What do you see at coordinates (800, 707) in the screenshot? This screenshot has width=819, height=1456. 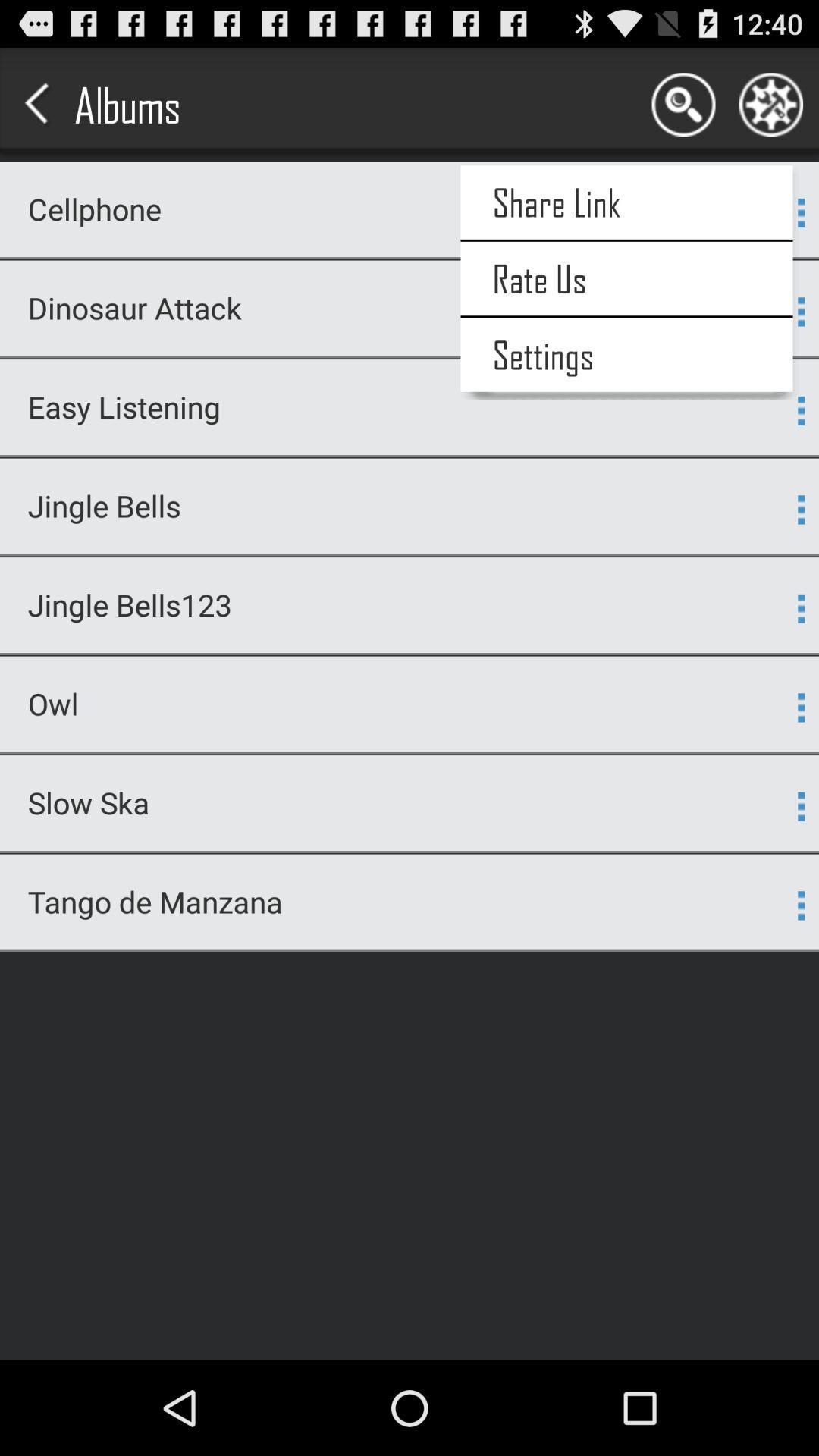 I see `the third menu button from bottom` at bounding box center [800, 707].